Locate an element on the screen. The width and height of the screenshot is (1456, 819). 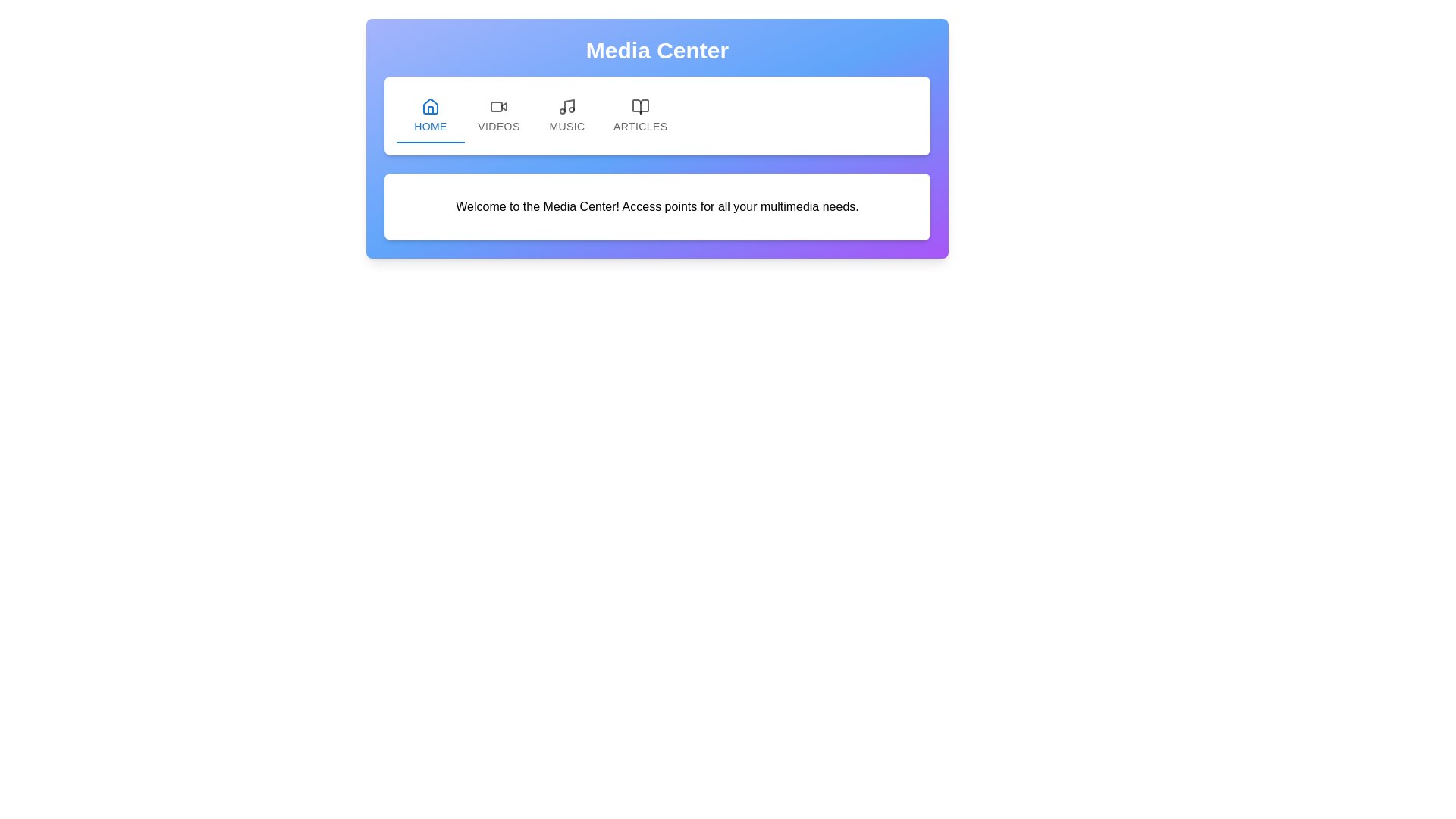
the 'Articles' tab in the horizontal tab group UI component located under the 'Media Center' heading is located at coordinates (657, 115).